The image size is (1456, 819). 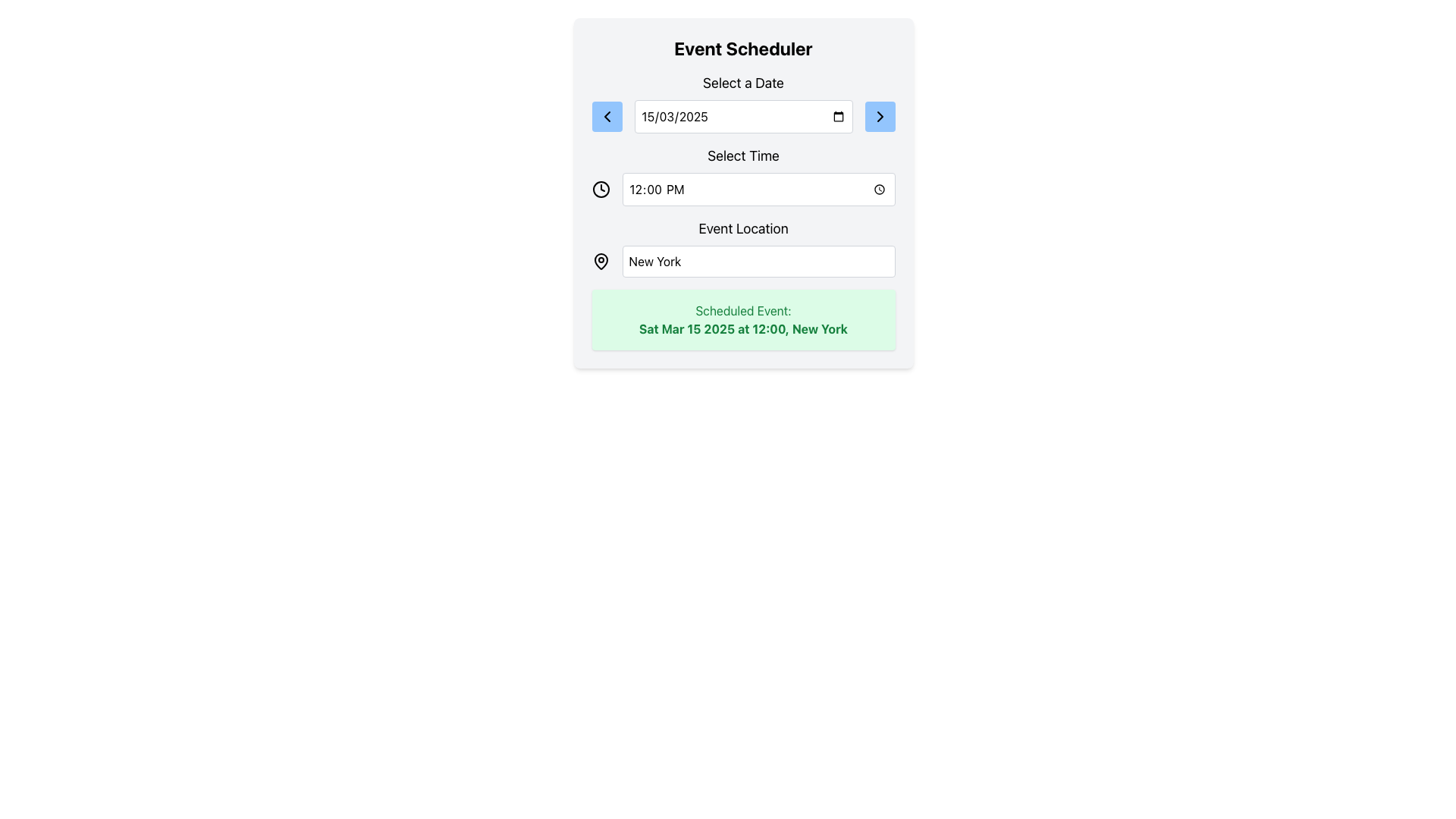 I want to click on the rounded rectangular blue button with an inward-facing arrow, so click(x=607, y=116).